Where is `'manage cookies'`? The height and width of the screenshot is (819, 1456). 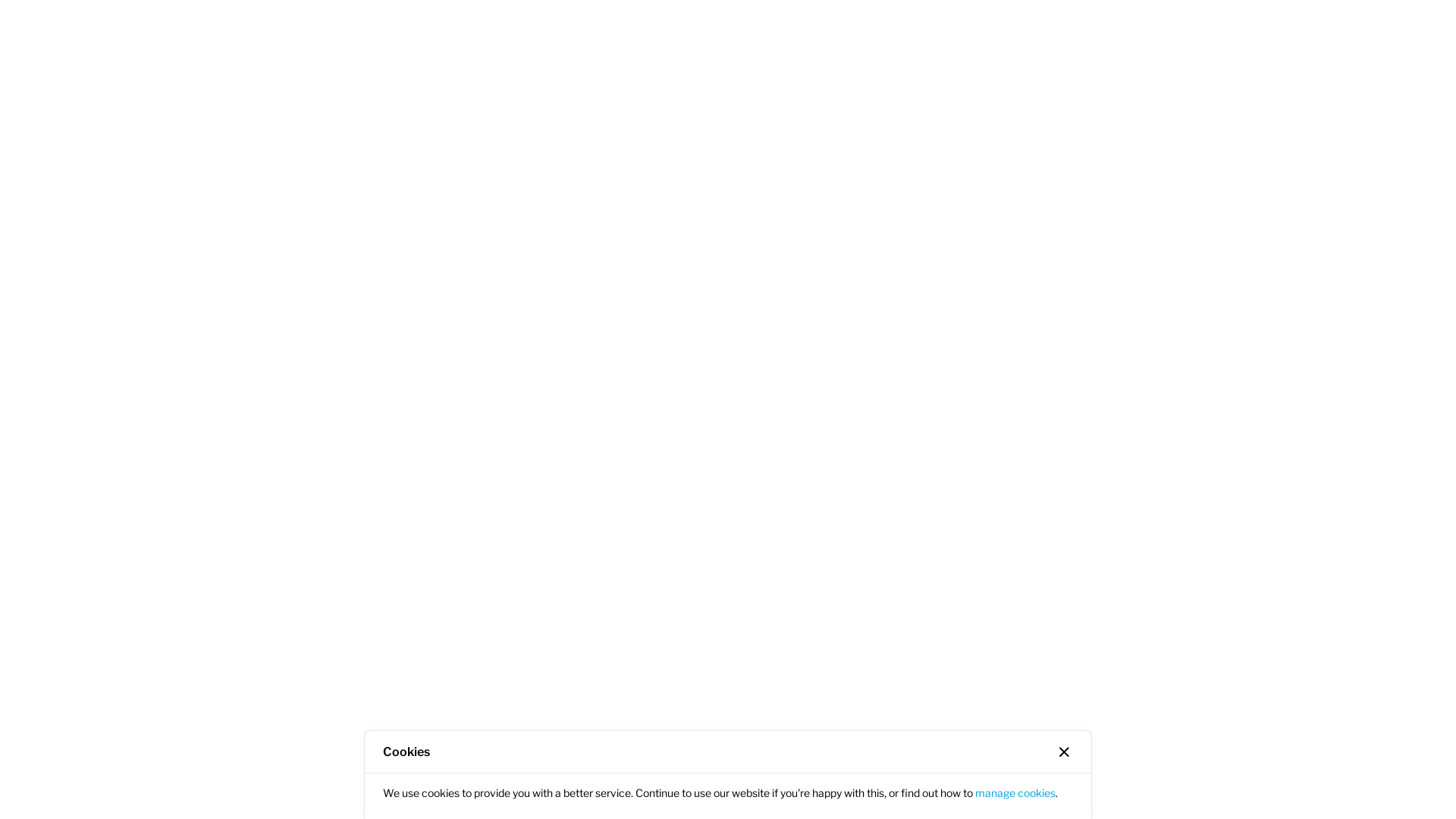 'manage cookies' is located at coordinates (975, 792).